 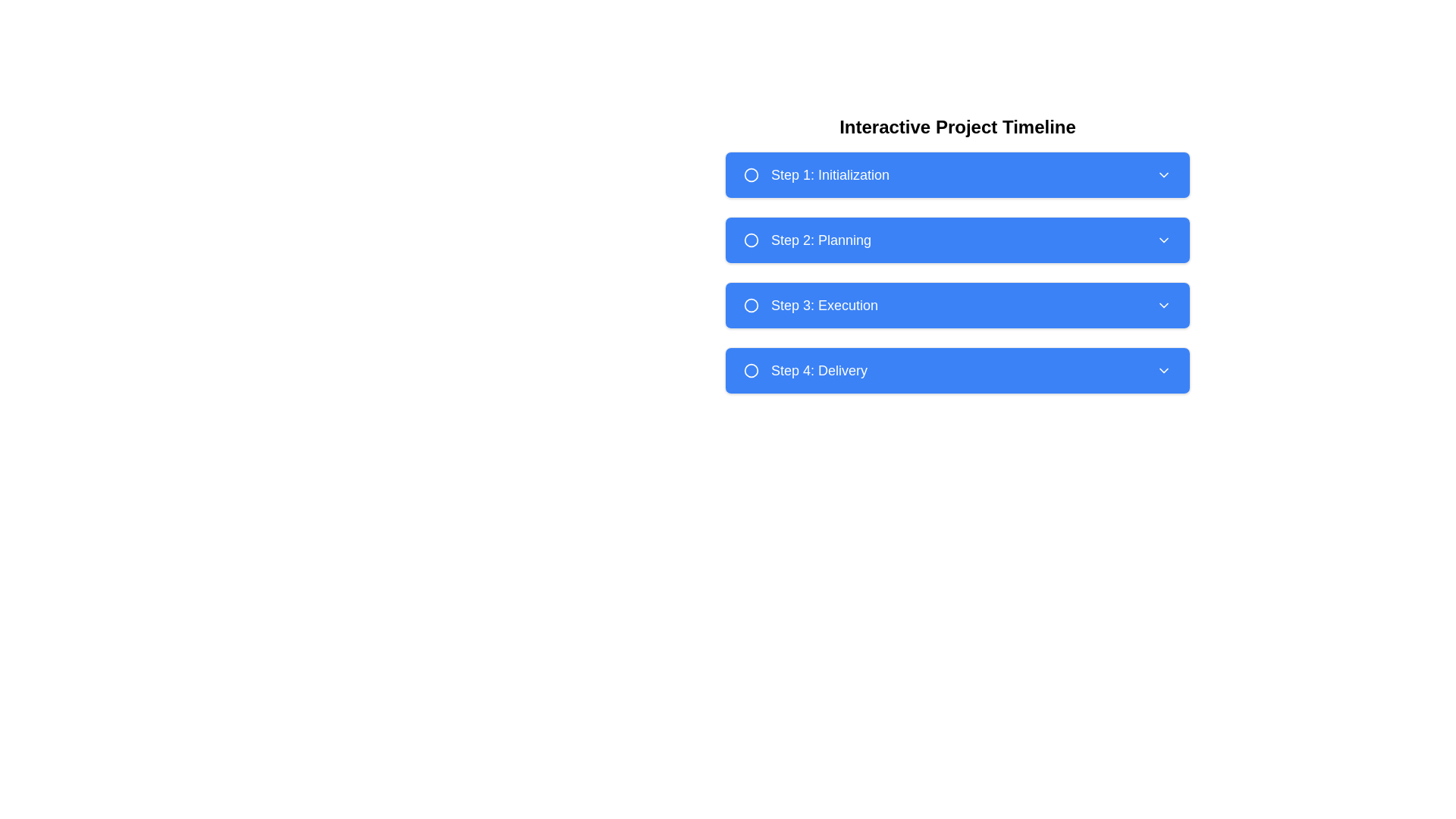 I want to click on the interactive button for the fourth step in the process timeline, located under 'Step 3: Execution', so click(x=956, y=371).